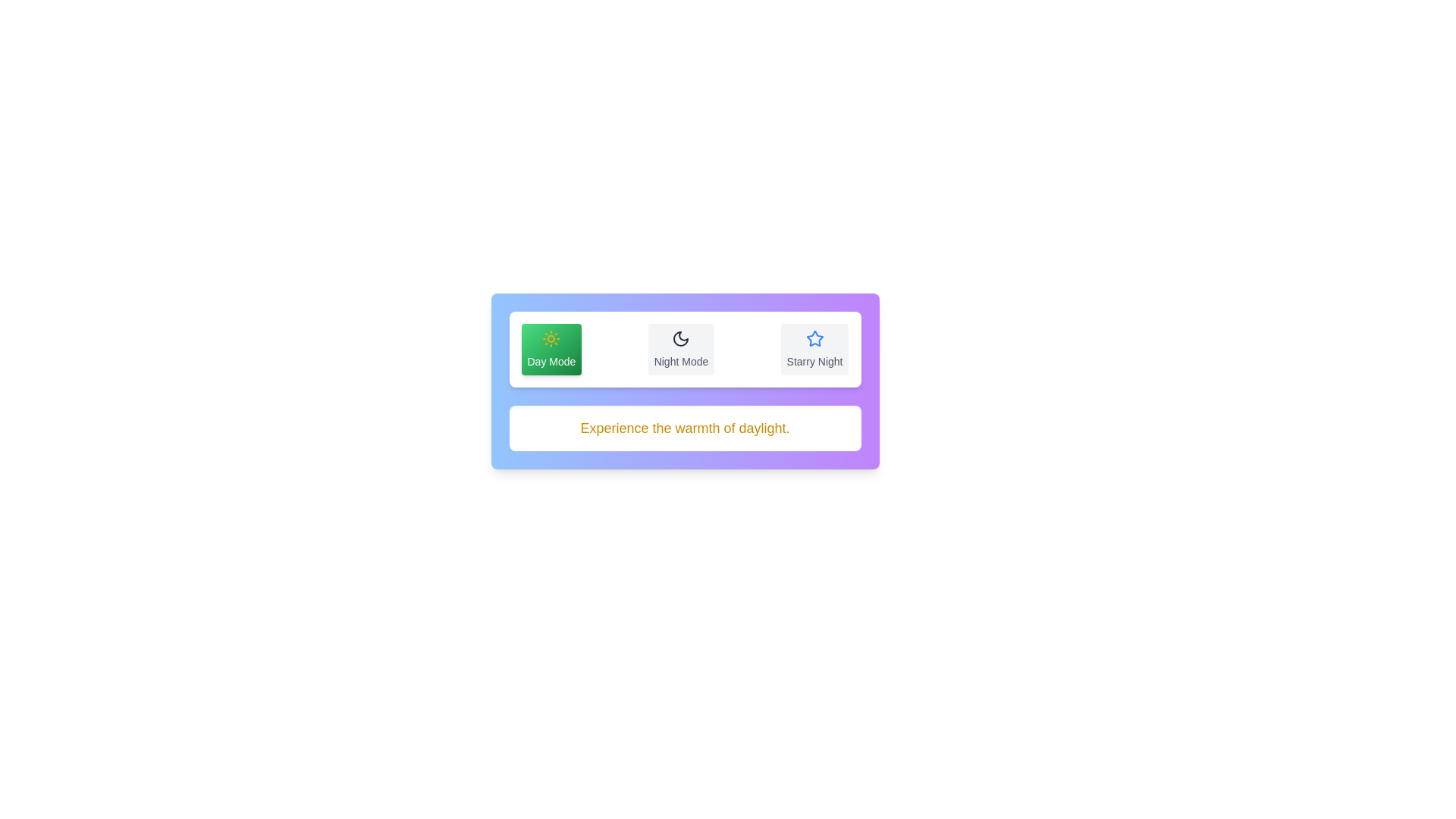  I want to click on the crescent moon icon representing the 'Night Mode' option in the interface, which is centered above the 'Night Mode' label, so click(680, 338).